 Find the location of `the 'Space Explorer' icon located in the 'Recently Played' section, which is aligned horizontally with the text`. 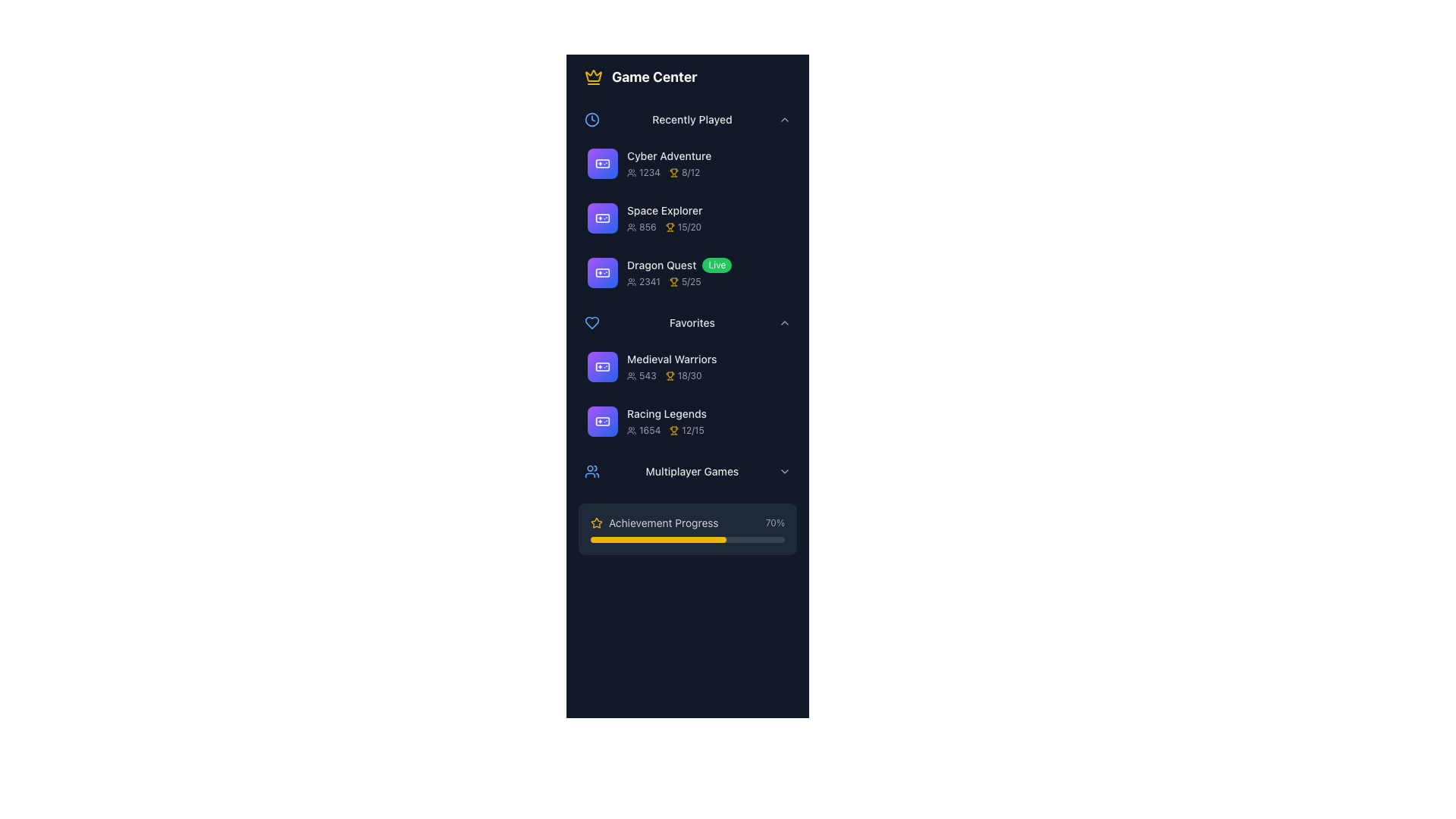

the 'Space Explorer' icon located in the 'Recently Played' section, which is aligned horizontally with the text is located at coordinates (602, 218).